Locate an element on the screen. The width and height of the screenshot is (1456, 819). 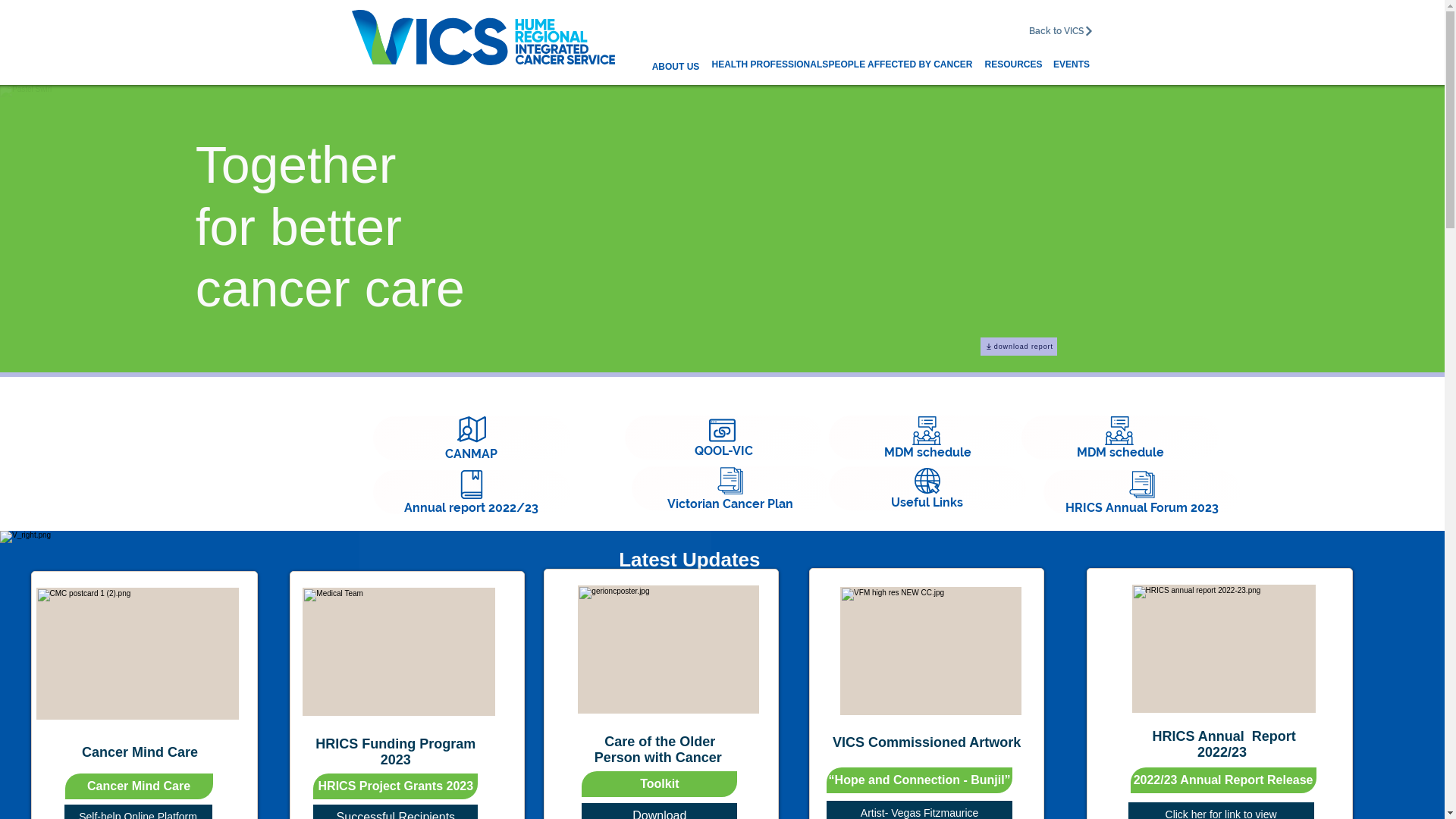
'download report' is located at coordinates (1018, 346).